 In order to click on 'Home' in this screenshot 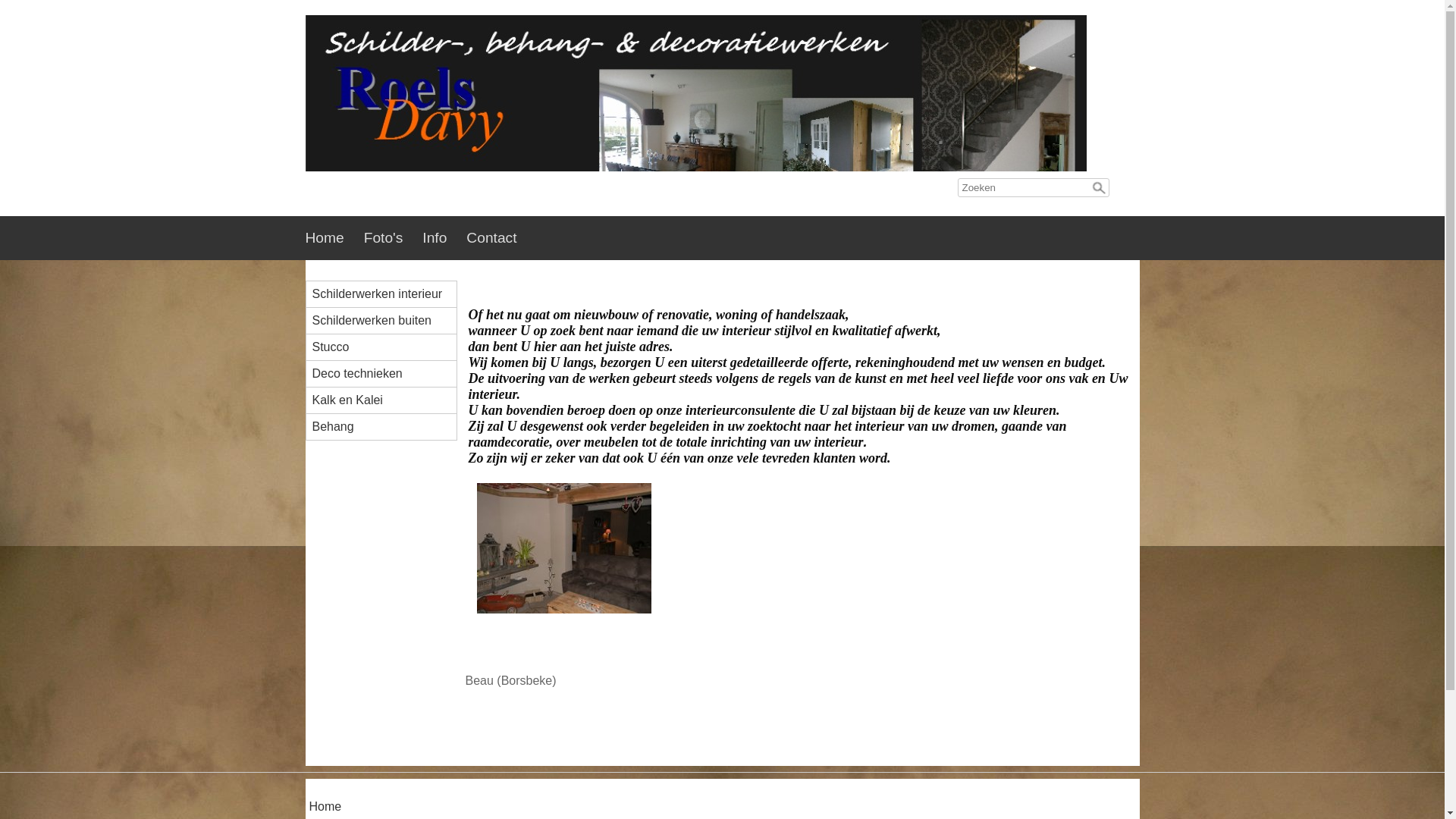, I will do `click(309, 806)`.